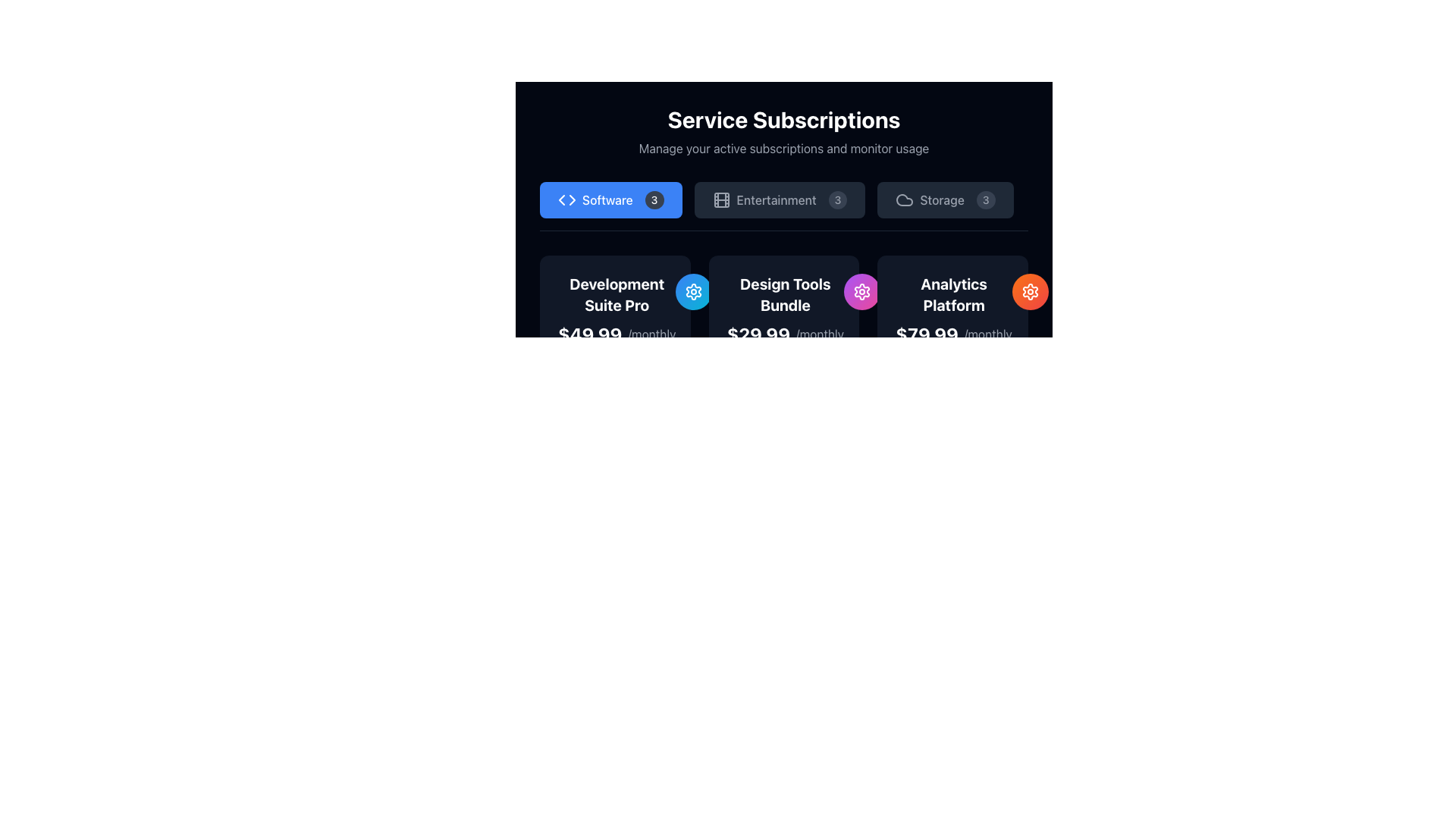 This screenshot has height=819, width=1456. I want to click on progress bar, so click(629, 391).